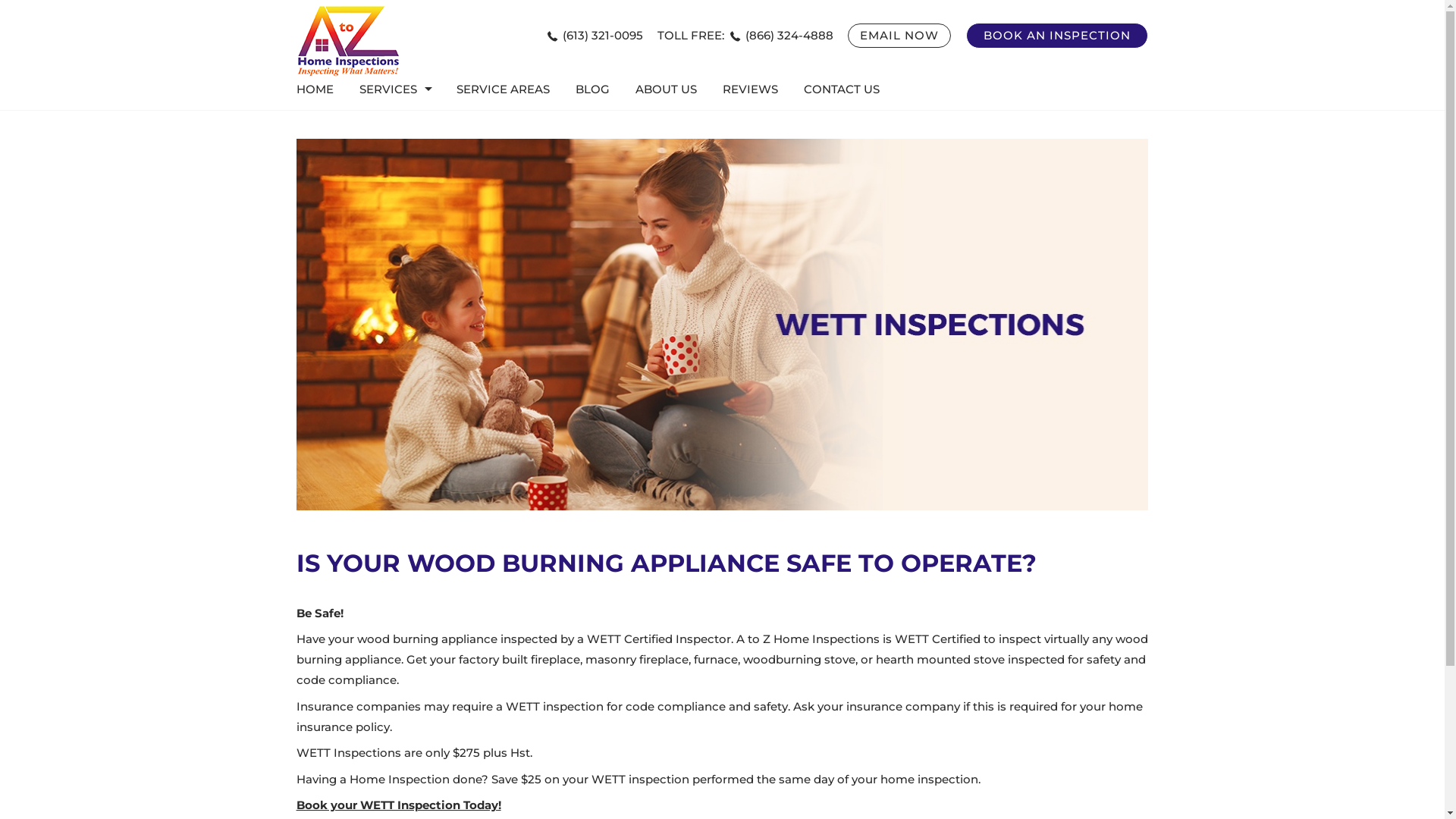 Image resolution: width=1456 pixels, height=819 pixels. I want to click on 'SERVICE AREAS', so click(503, 89).